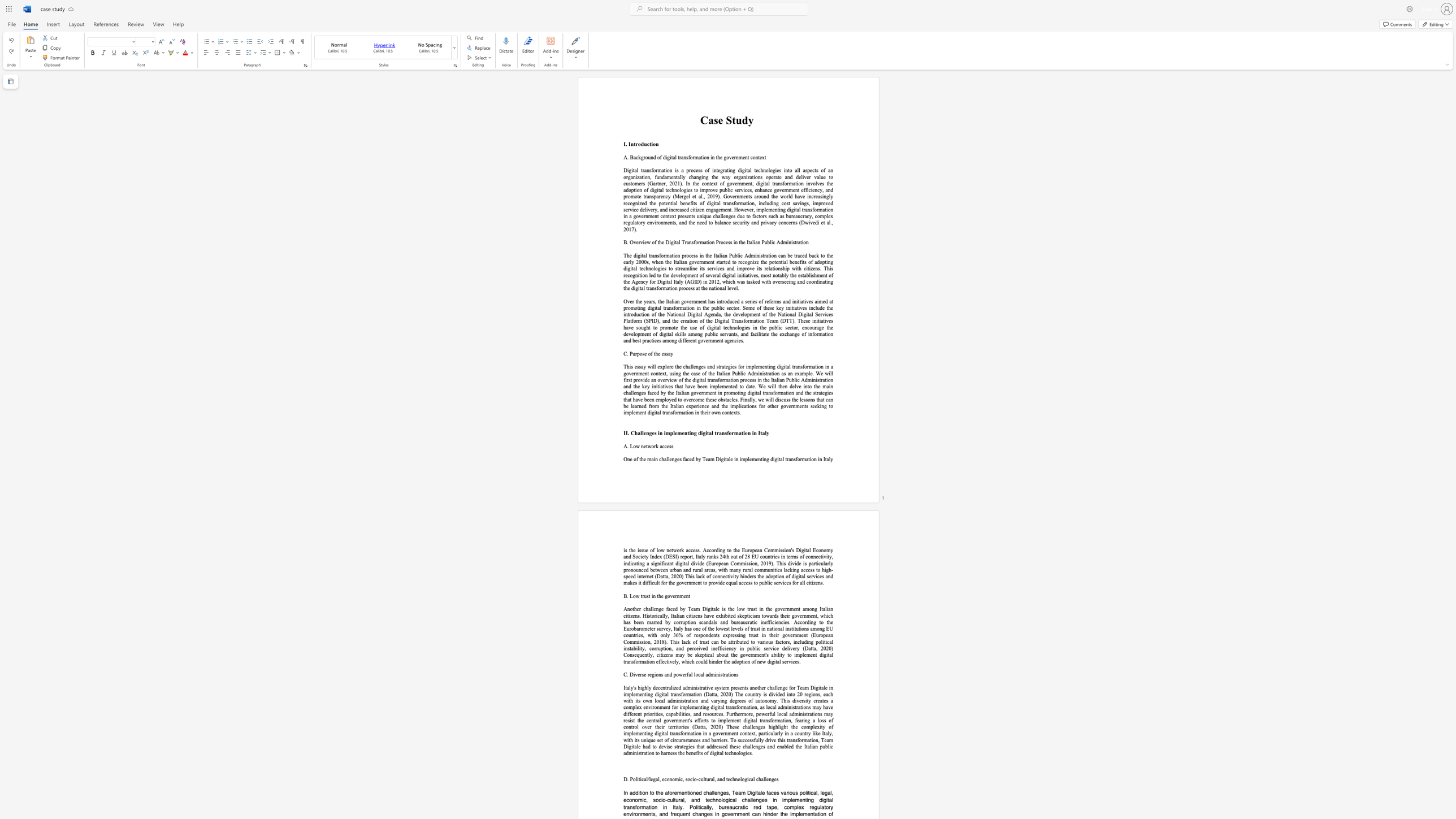  I want to click on the 33th character "n" in the text, so click(653, 288).